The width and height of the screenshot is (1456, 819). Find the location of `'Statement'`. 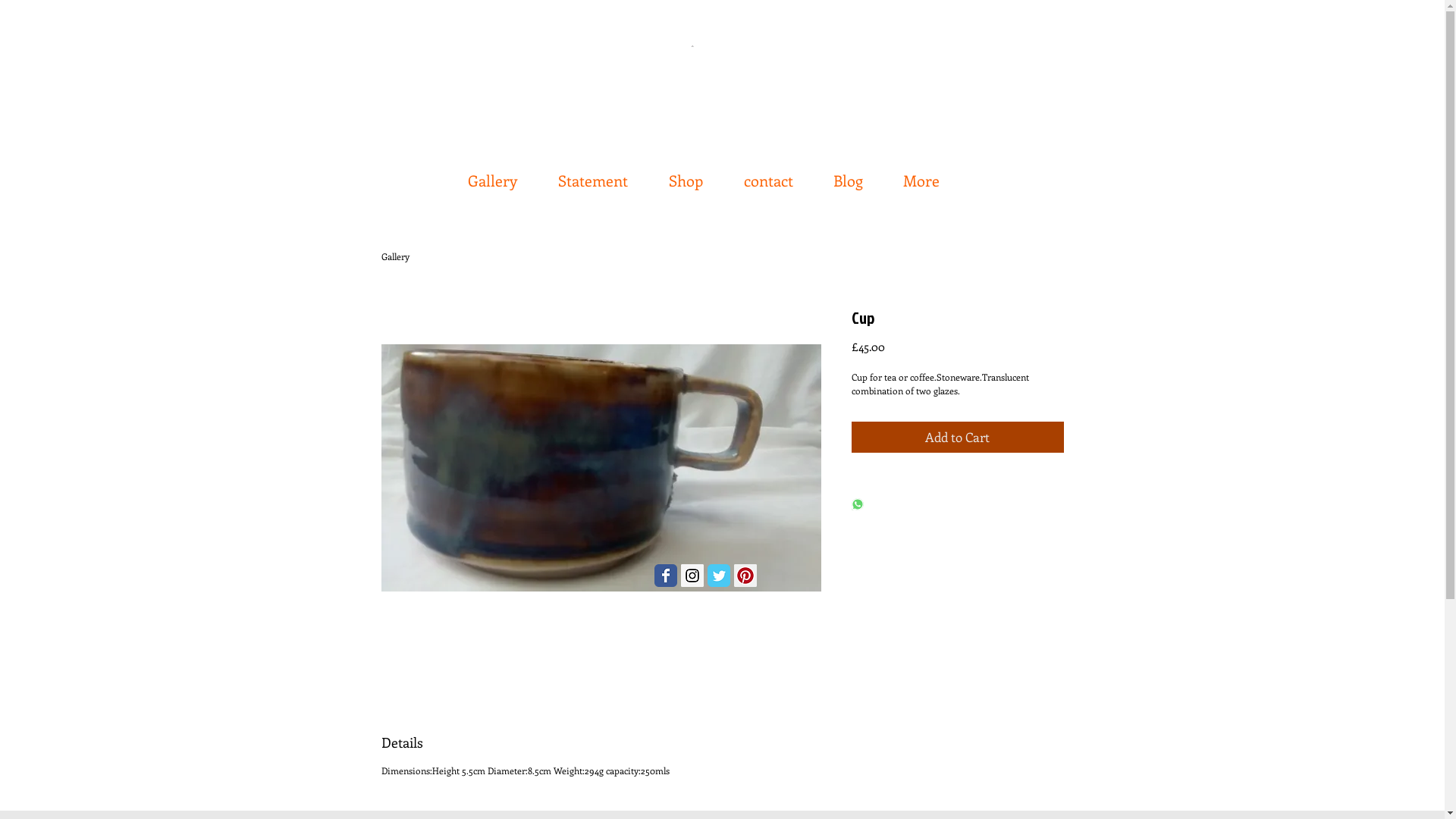

'Statement' is located at coordinates (595, 172).